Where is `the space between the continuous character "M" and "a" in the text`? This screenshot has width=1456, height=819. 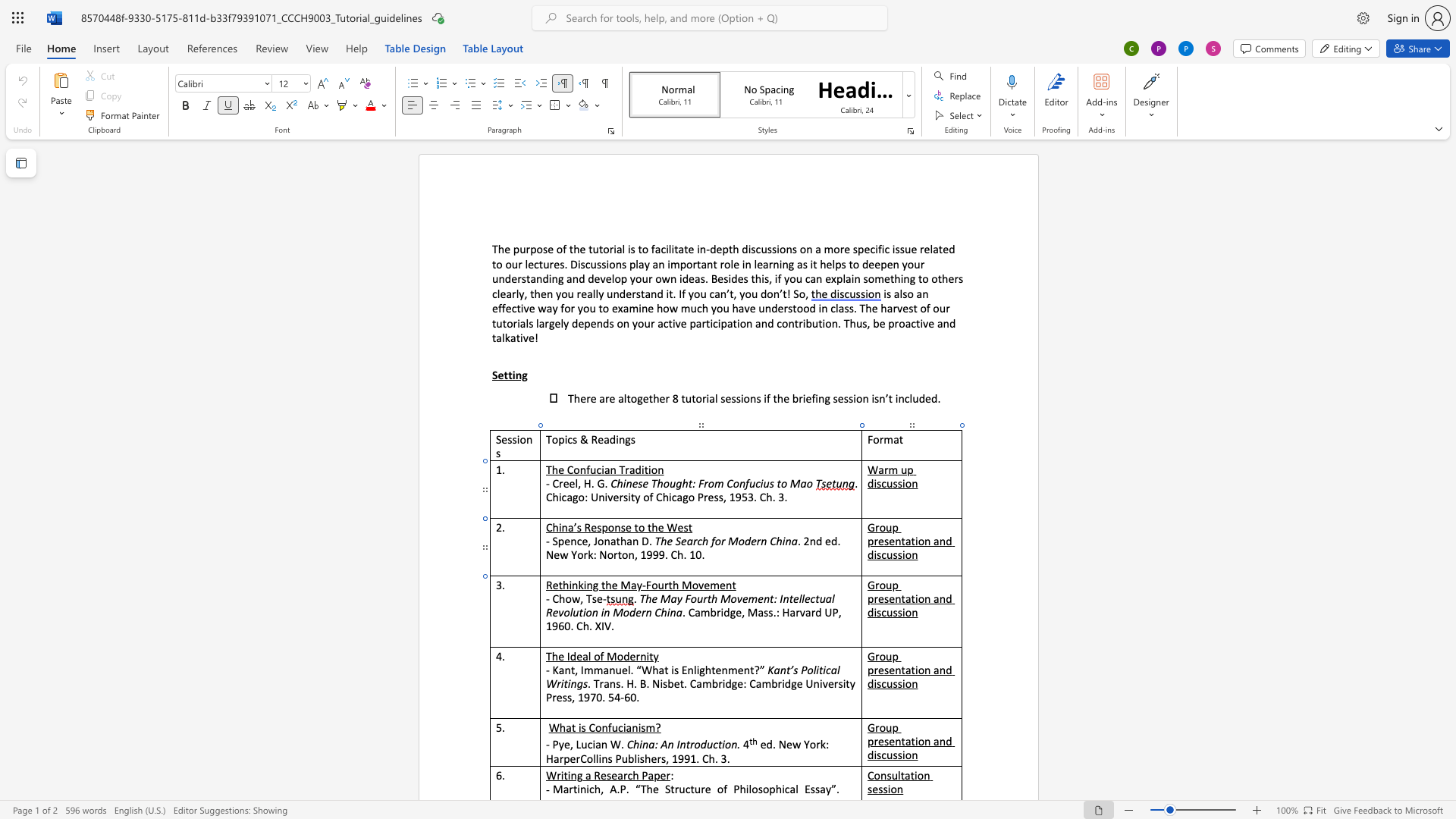
the space between the continuous character "M" and "a" in the text is located at coordinates (629, 584).